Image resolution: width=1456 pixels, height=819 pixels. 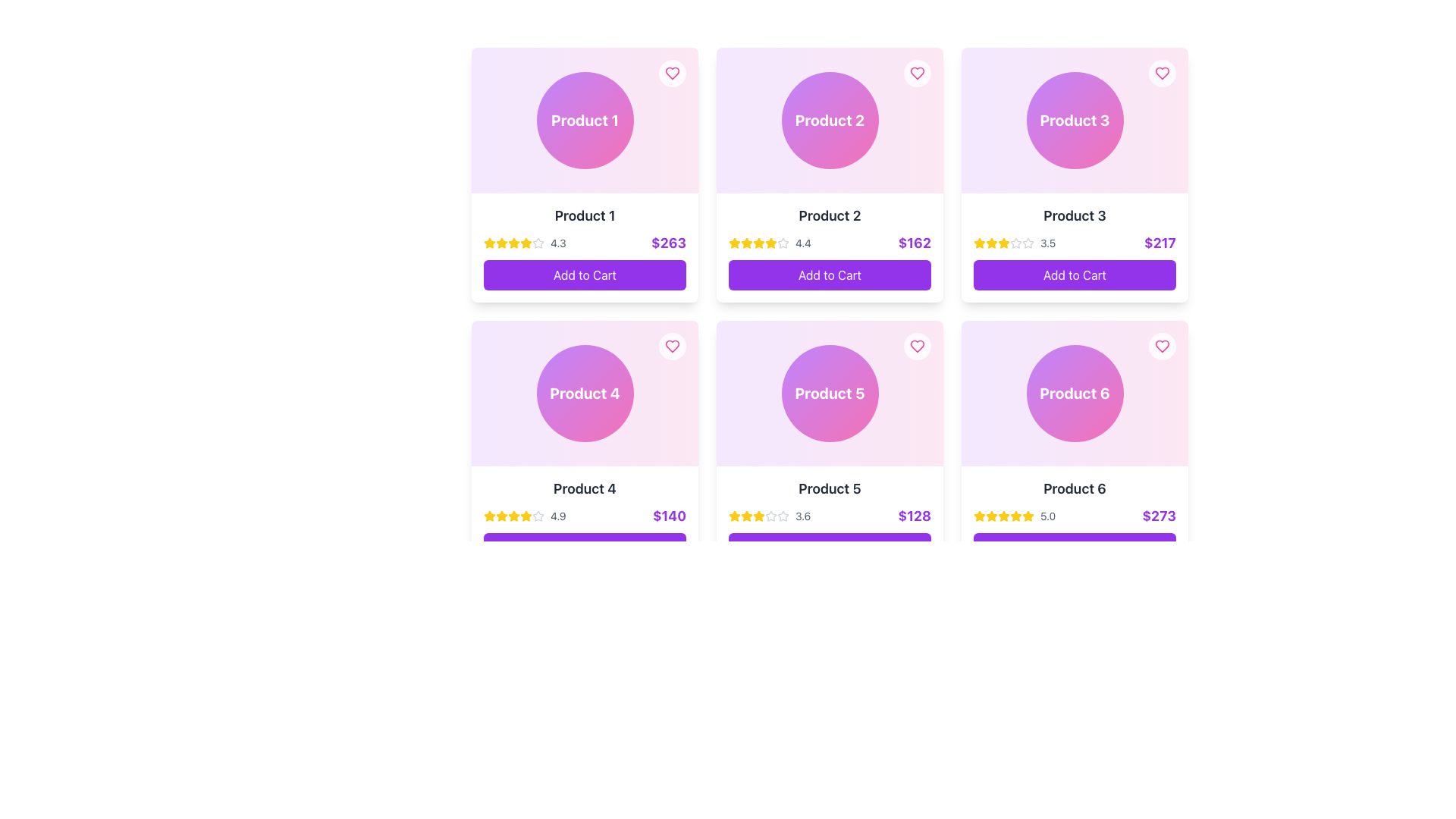 I want to click on the circular informational graphic labeled 'Product 1' with a gradient background from purple to pink, which is the first item in the grid layout, so click(x=584, y=119).